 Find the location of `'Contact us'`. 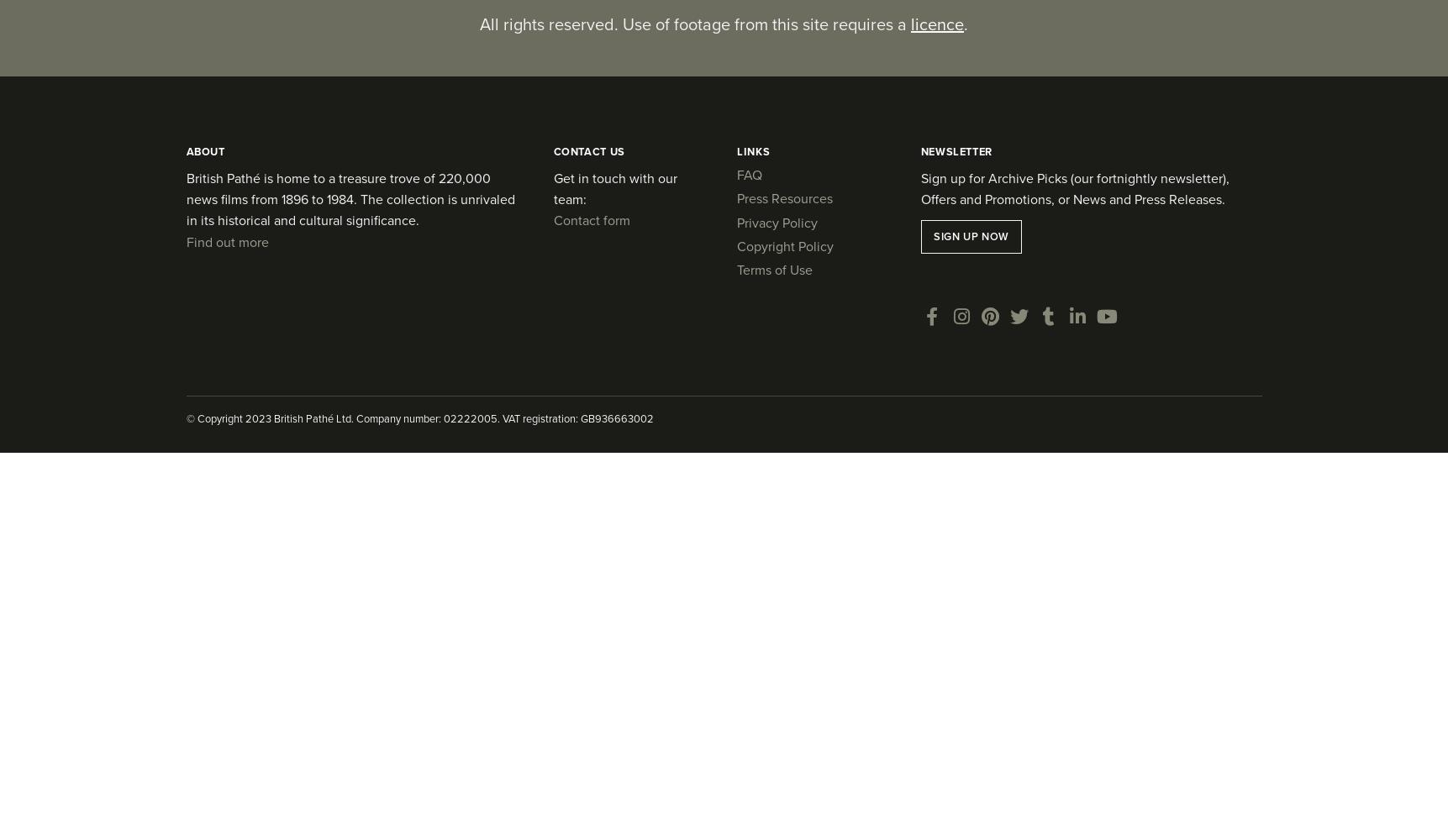

'Contact us' is located at coordinates (588, 150).